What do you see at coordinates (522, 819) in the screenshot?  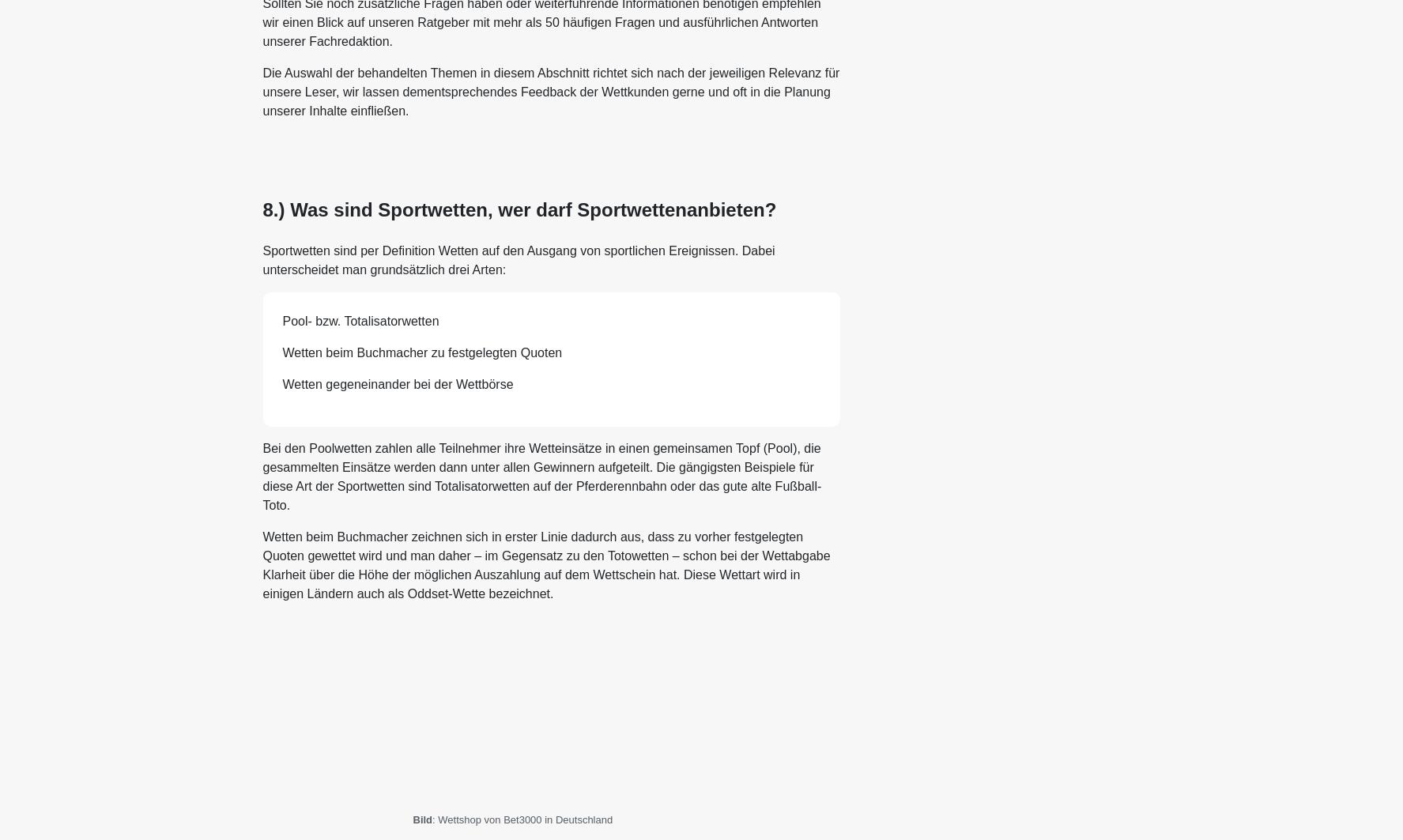 I see `': Wettshop von Bet3000 in Deutschland'` at bounding box center [522, 819].